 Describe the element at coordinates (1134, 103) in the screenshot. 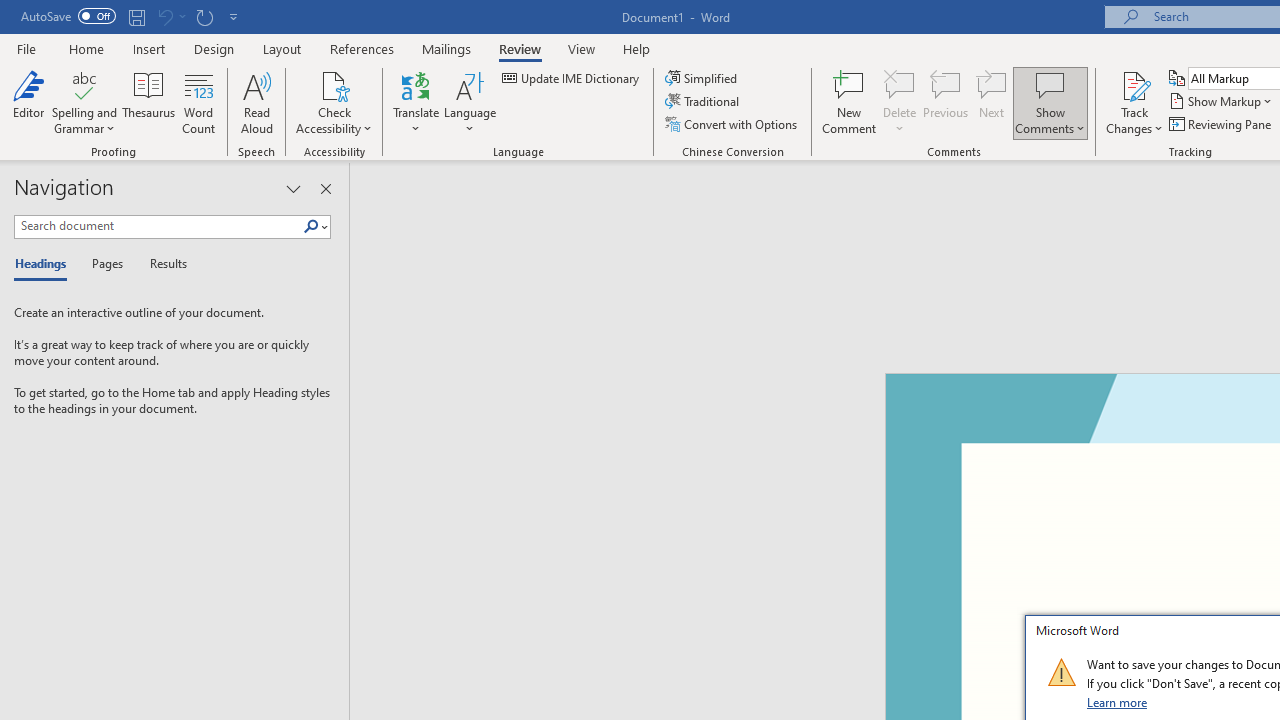

I see `'Track Changes'` at that location.